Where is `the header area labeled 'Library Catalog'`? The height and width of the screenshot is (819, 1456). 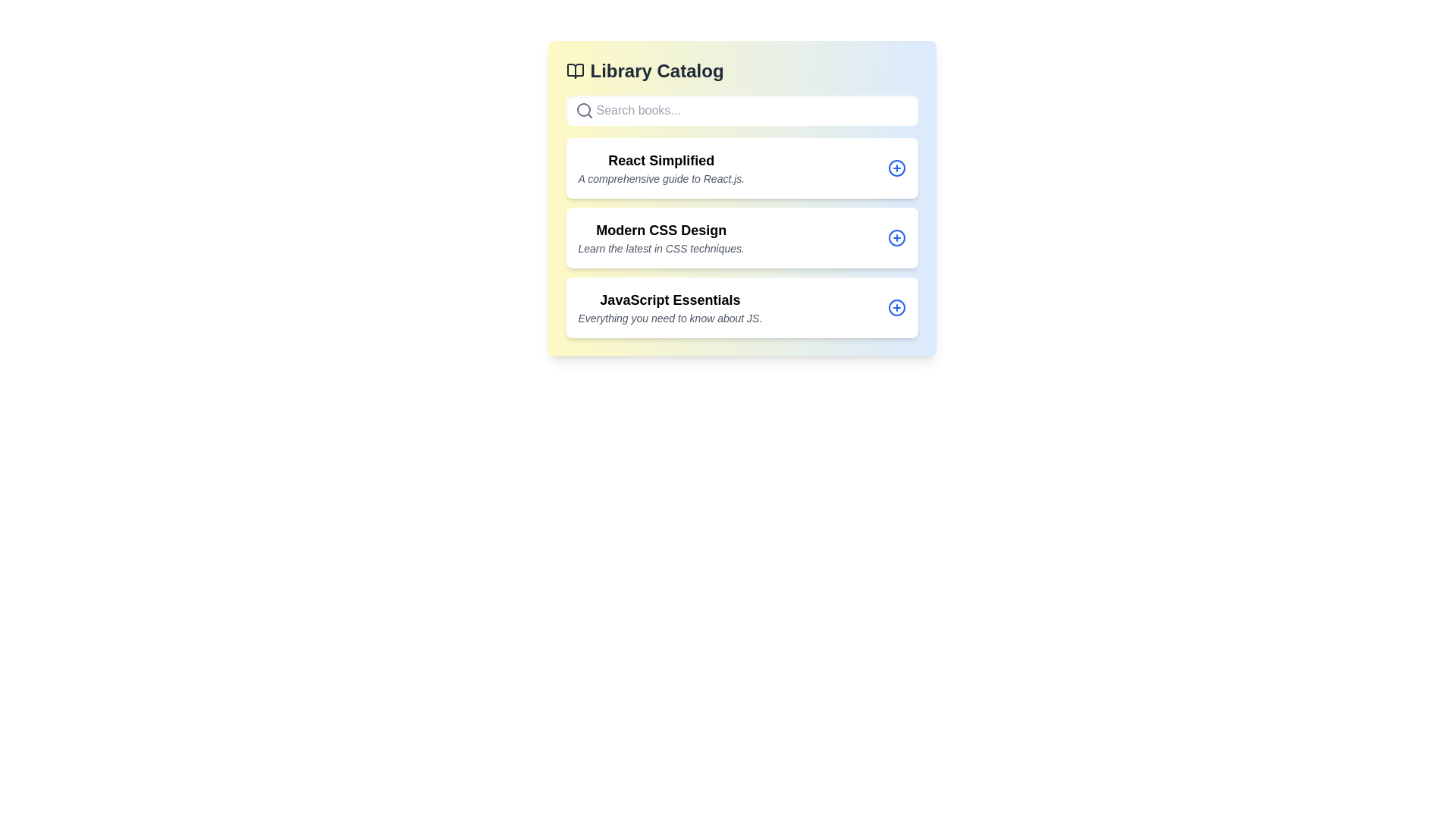 the header area labeled 'Library Catalog' is located at coordinates (742, 71).